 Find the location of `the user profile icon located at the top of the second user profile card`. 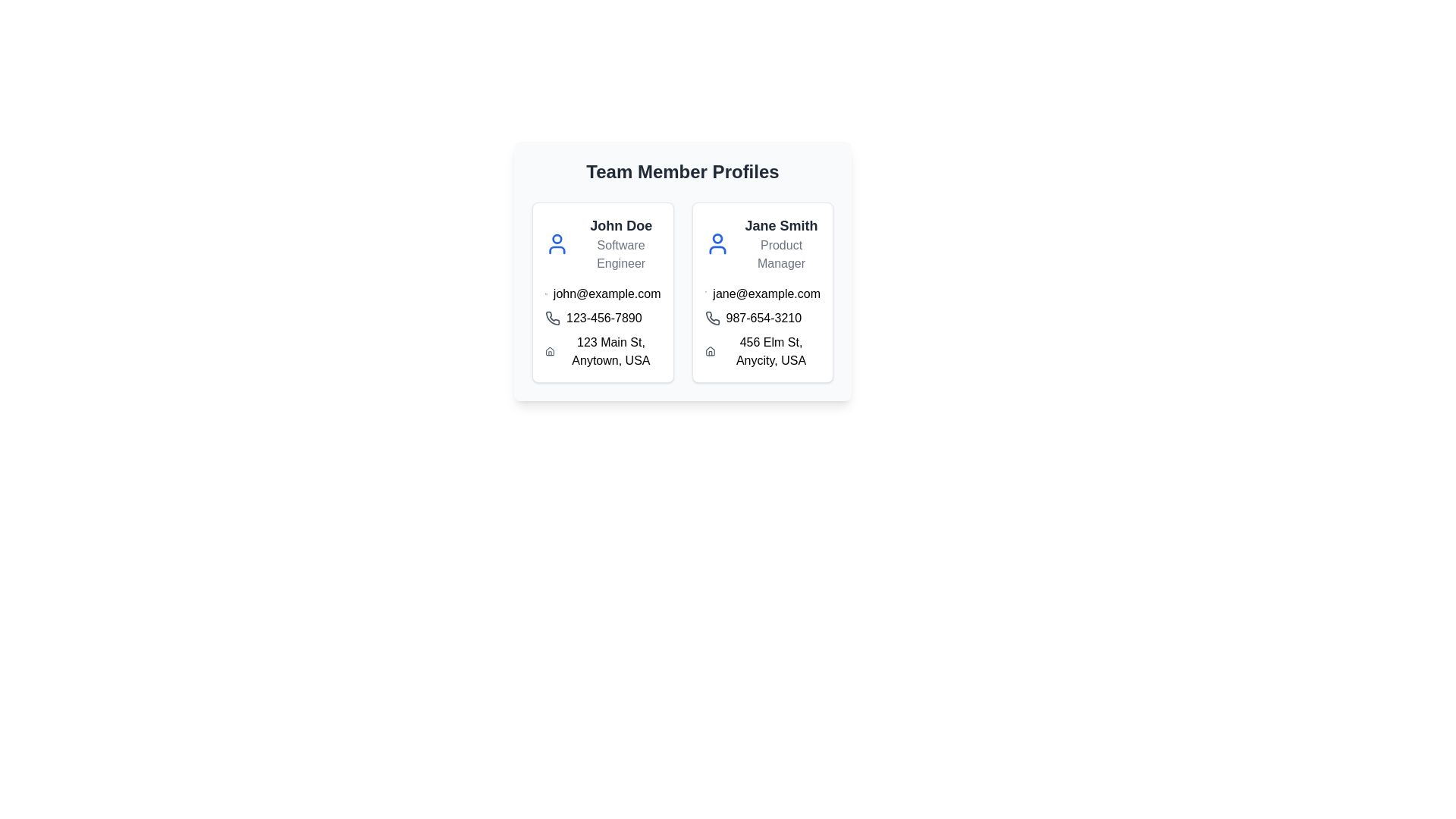

the user profile icon located at the top of the second user profile card is located at coordinates (717, 243).